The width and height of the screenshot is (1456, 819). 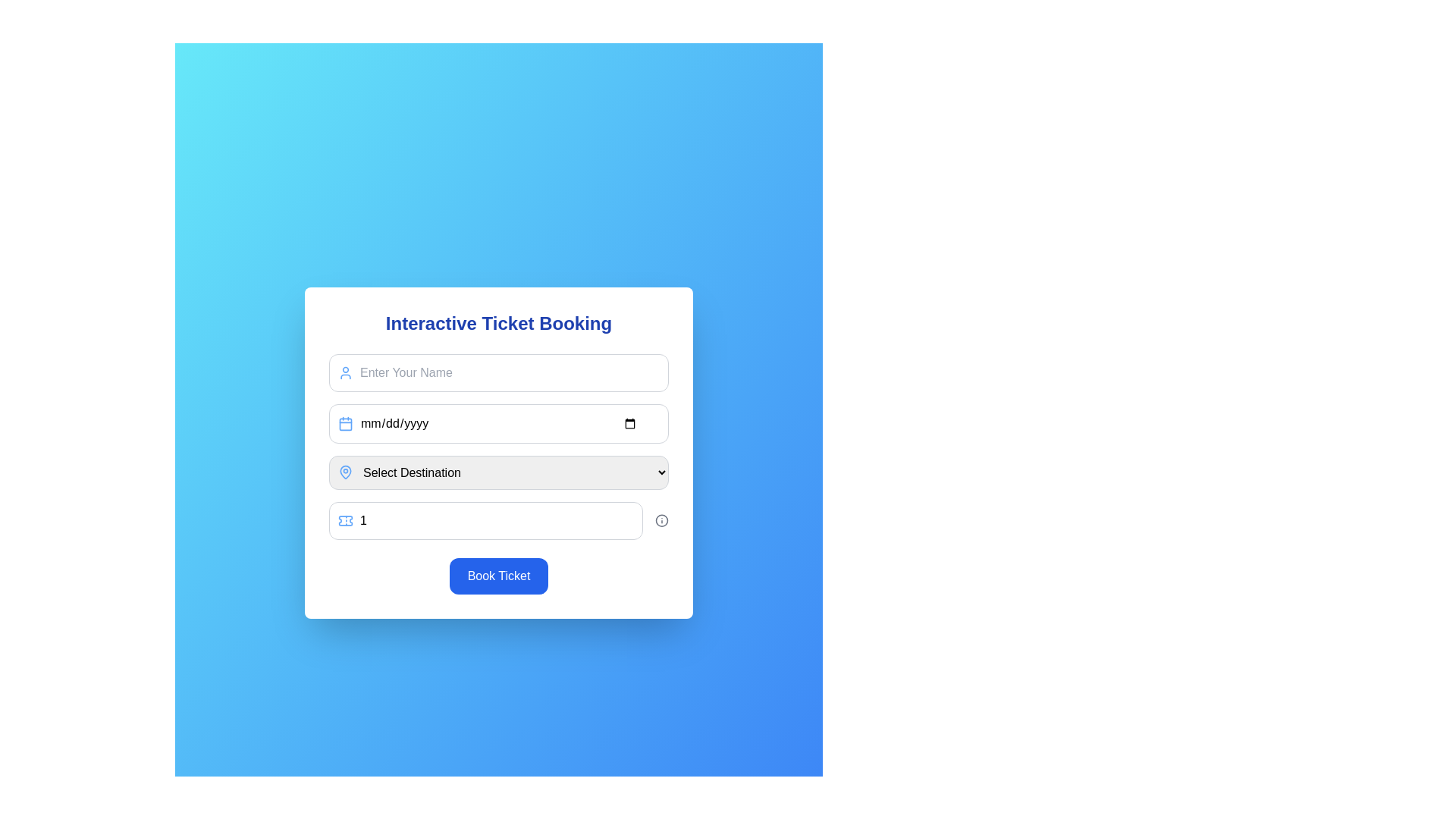 What do you see at coordinates (498, 452) in the screenshot?
I see `the dropdown menu at the bottom of the ticket booking form` at bounding box center [498, 452].